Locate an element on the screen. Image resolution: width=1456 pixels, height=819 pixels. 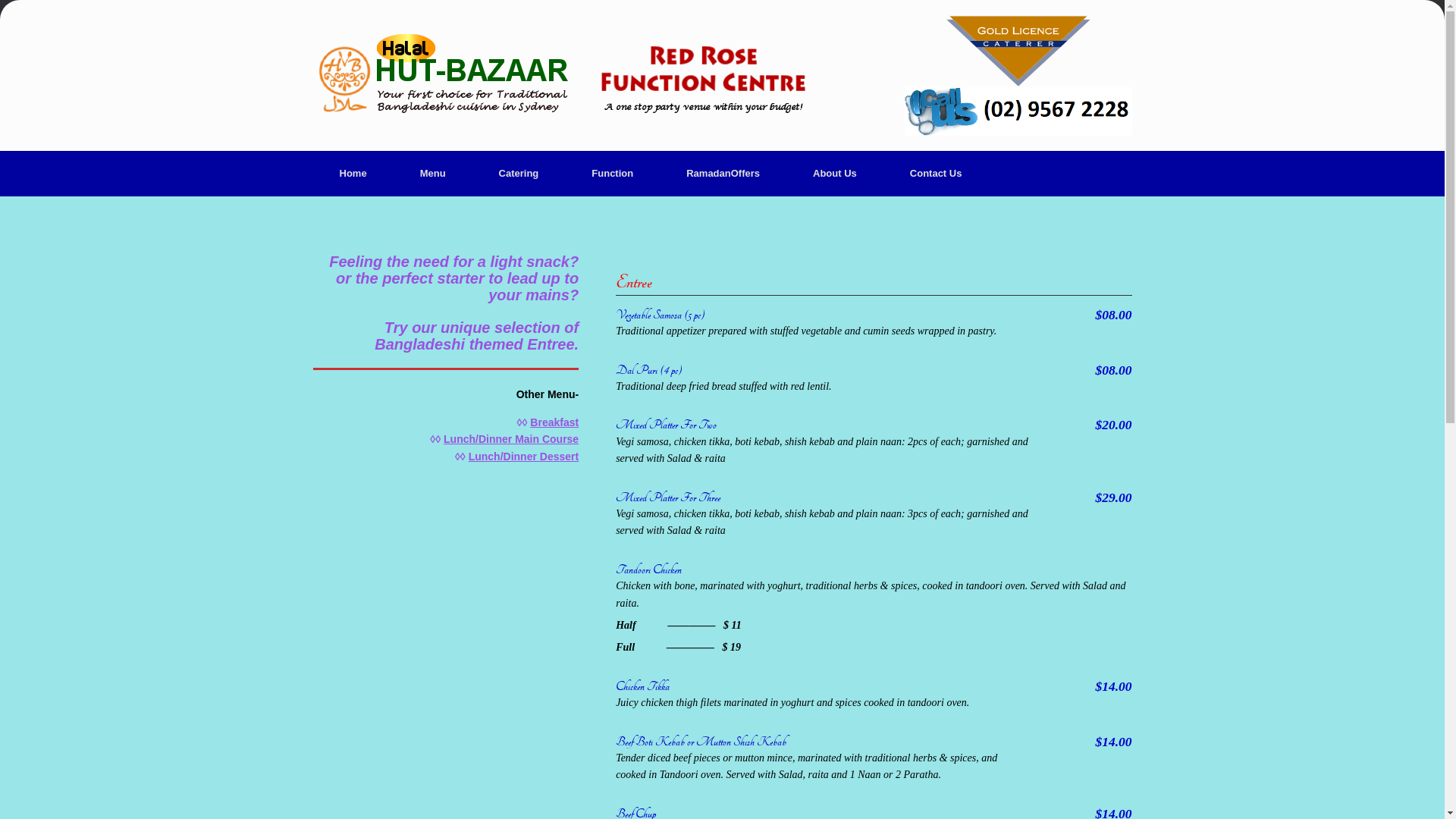
'Lunch/Dinner Main Course' is located at coordinates (443, 438).